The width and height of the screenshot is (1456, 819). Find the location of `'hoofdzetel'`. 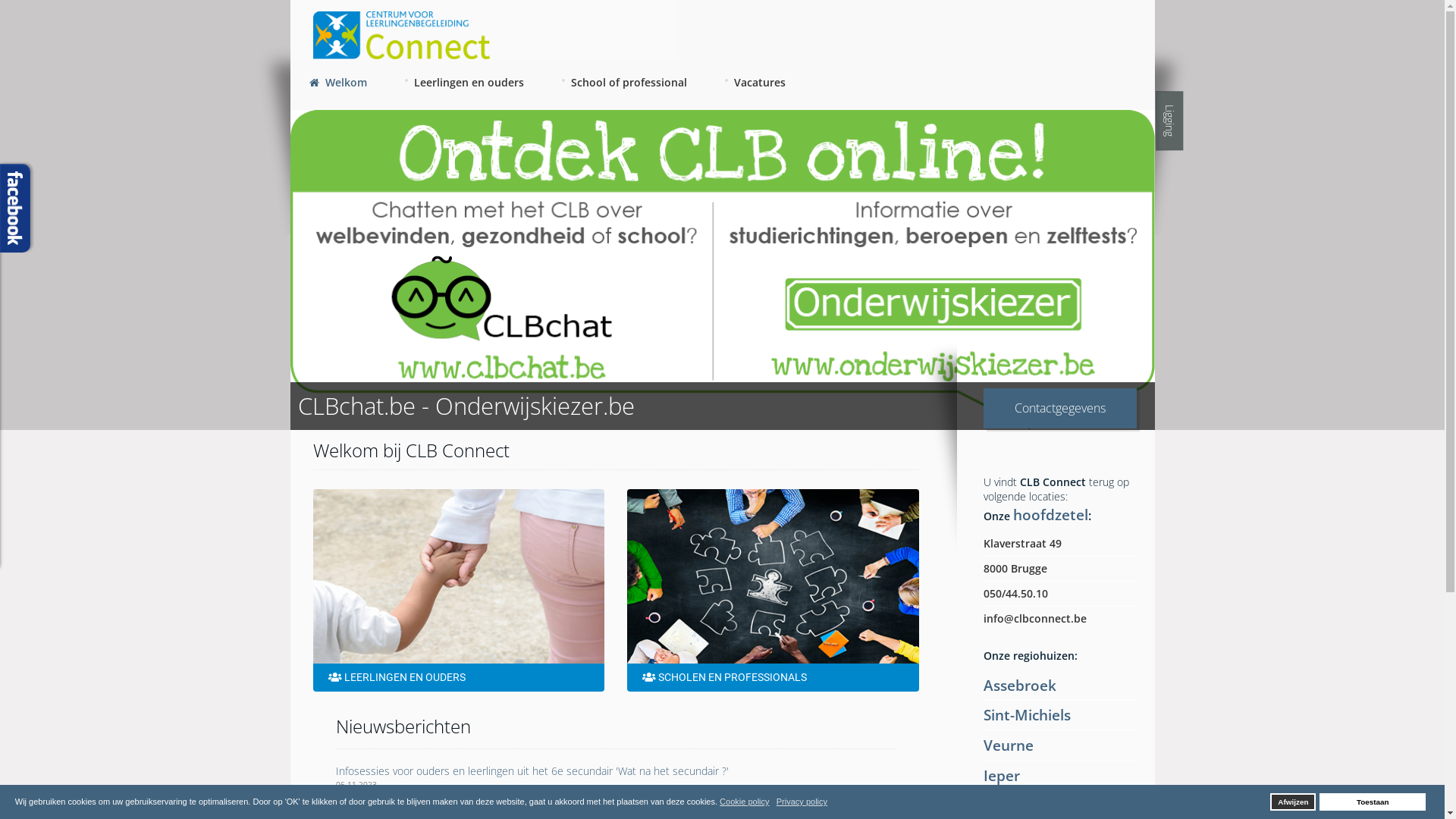

'hoofdzetel' is located at coordinates (1050, 513).